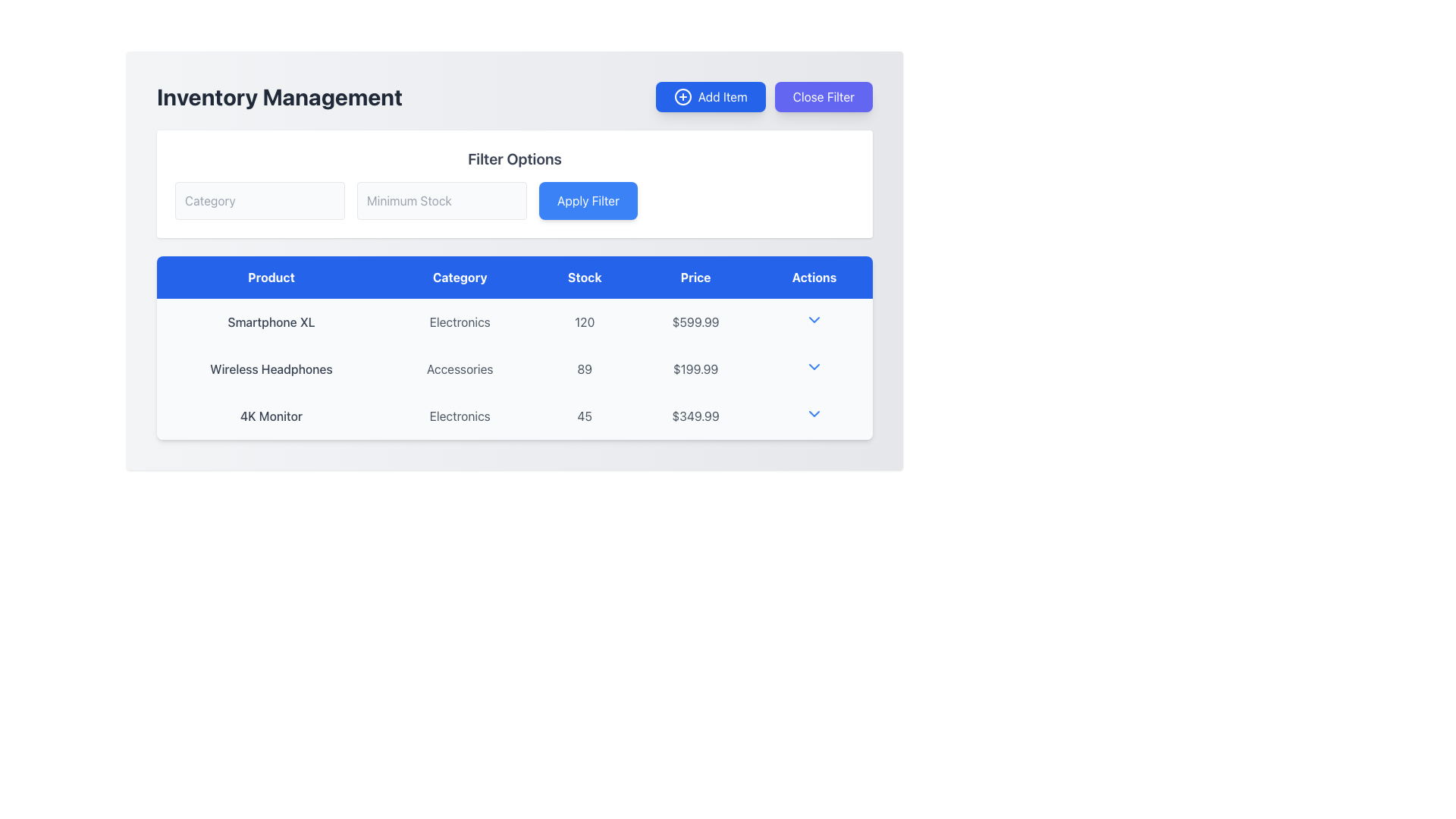 This screenshot has width=1456, height=819. What do you see at coordinates (814, 366) in the screenshot?
I see `the blue downward arrow icon resembling a chevron in the 'Actions' column of the second row of the data table for the 'Wireless Headphones' product` at bounding box center [814, 366].